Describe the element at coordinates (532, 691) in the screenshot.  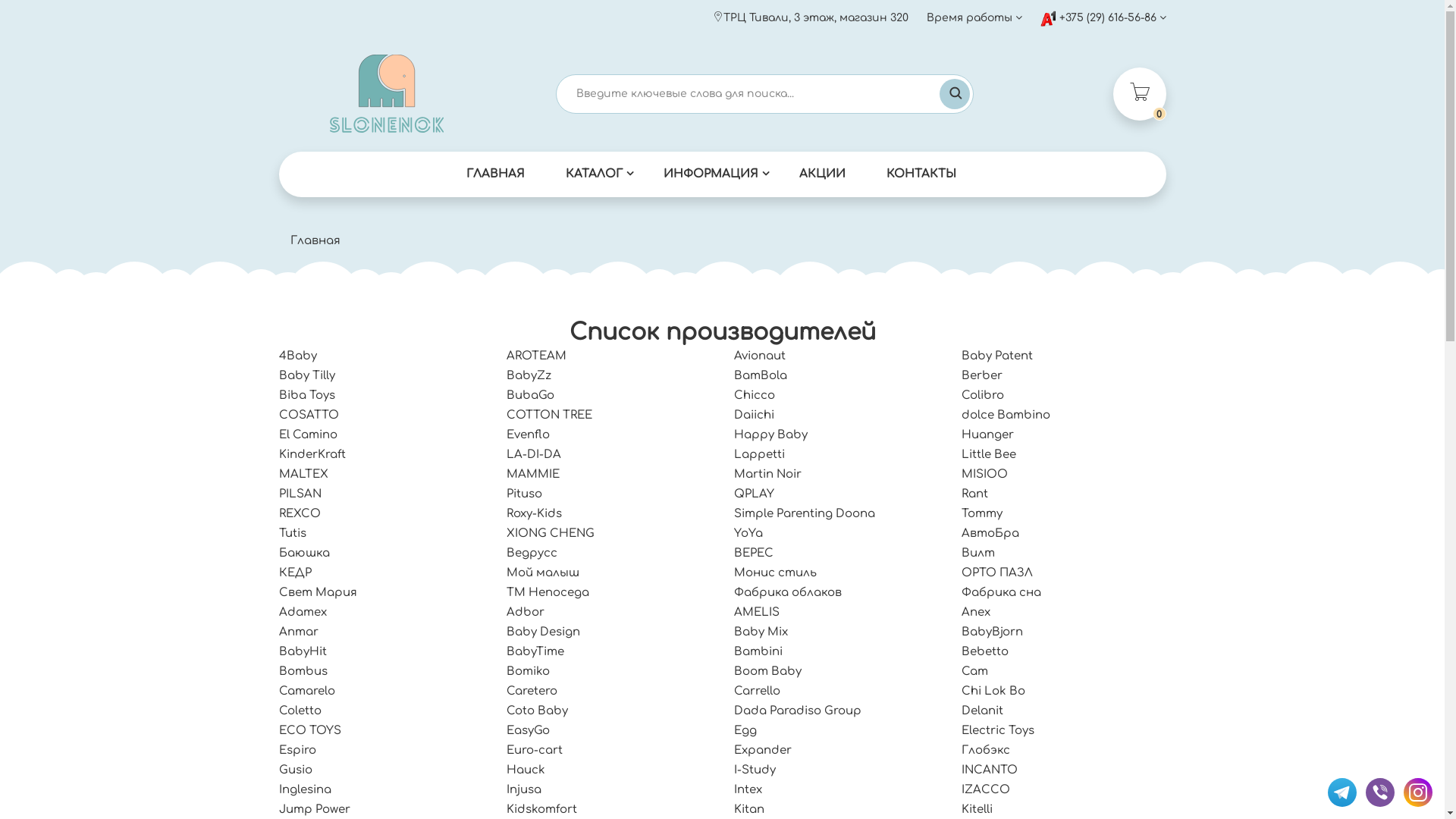
I see `'Caretero'` at that location.